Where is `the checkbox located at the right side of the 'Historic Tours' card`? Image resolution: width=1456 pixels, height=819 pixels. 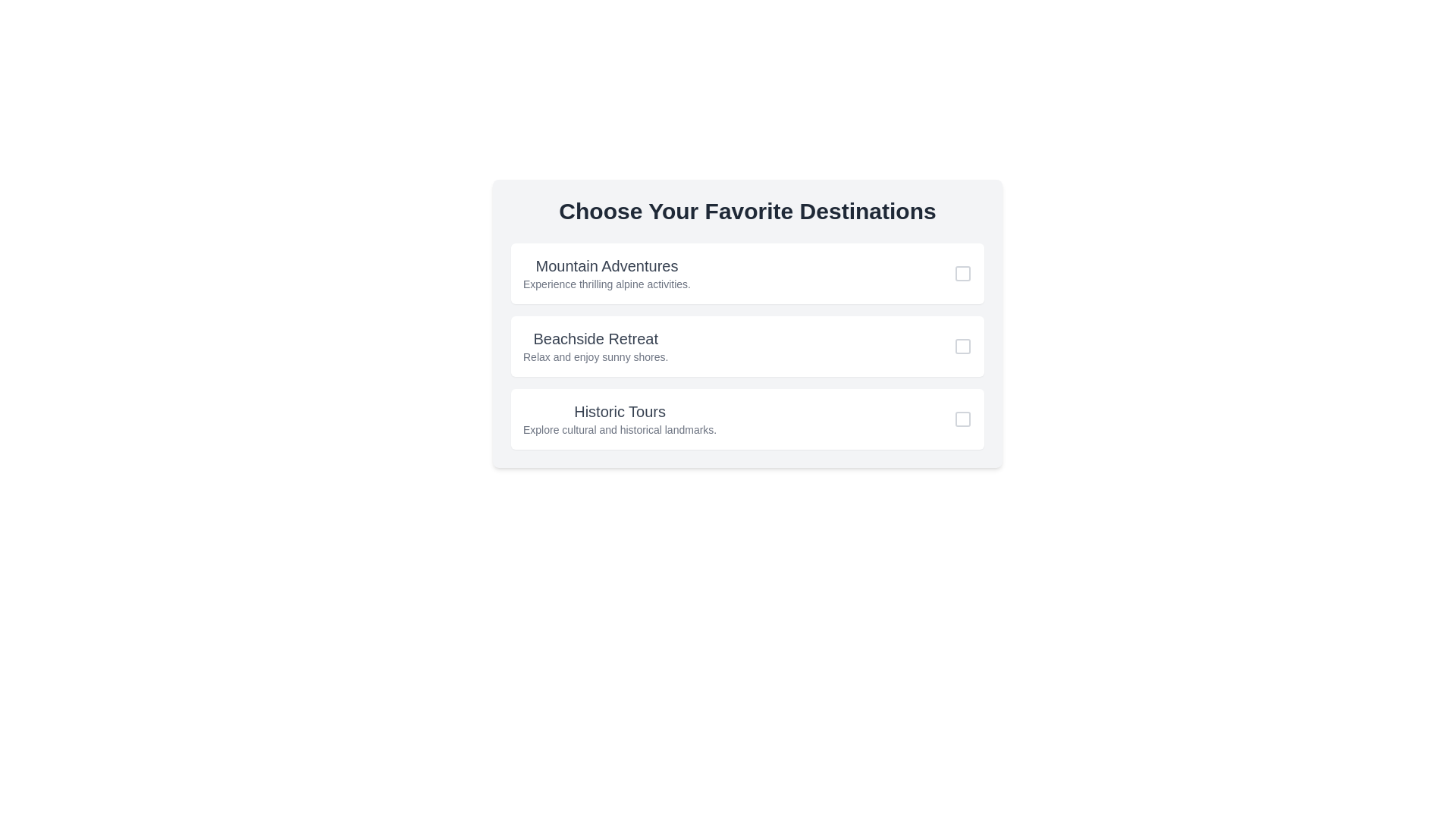
the checkbox located at the right side of the 'Historic Tours' card is located at coordinates (962, 419).